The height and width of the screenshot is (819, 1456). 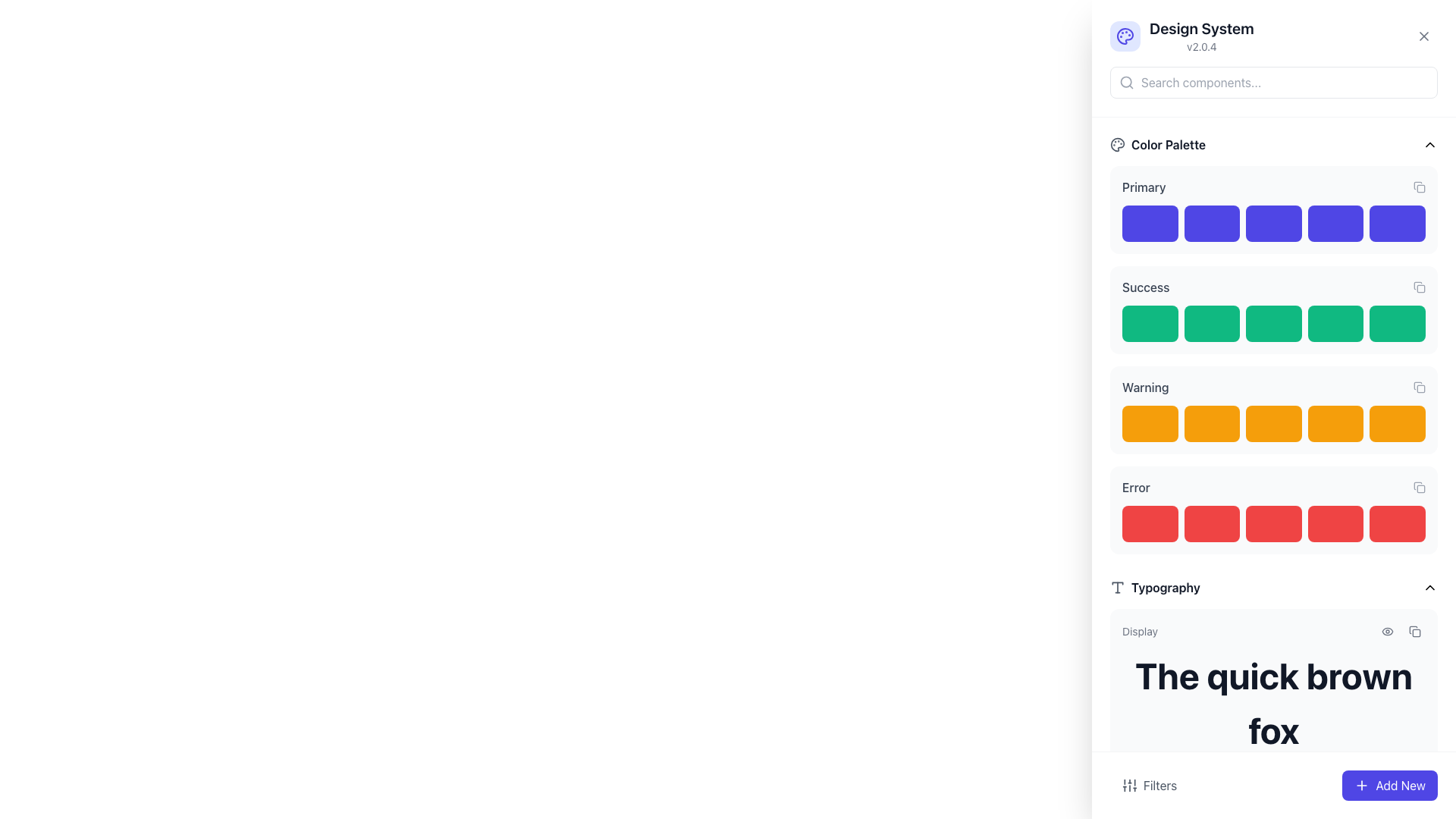 What do you see at coordinates (1414, 803) in the screenshot?
I see `the small square button with rounded corners containing a copy icon, located near the bottom-right of the typography section, to copy` at bounding box center [1414, 803].